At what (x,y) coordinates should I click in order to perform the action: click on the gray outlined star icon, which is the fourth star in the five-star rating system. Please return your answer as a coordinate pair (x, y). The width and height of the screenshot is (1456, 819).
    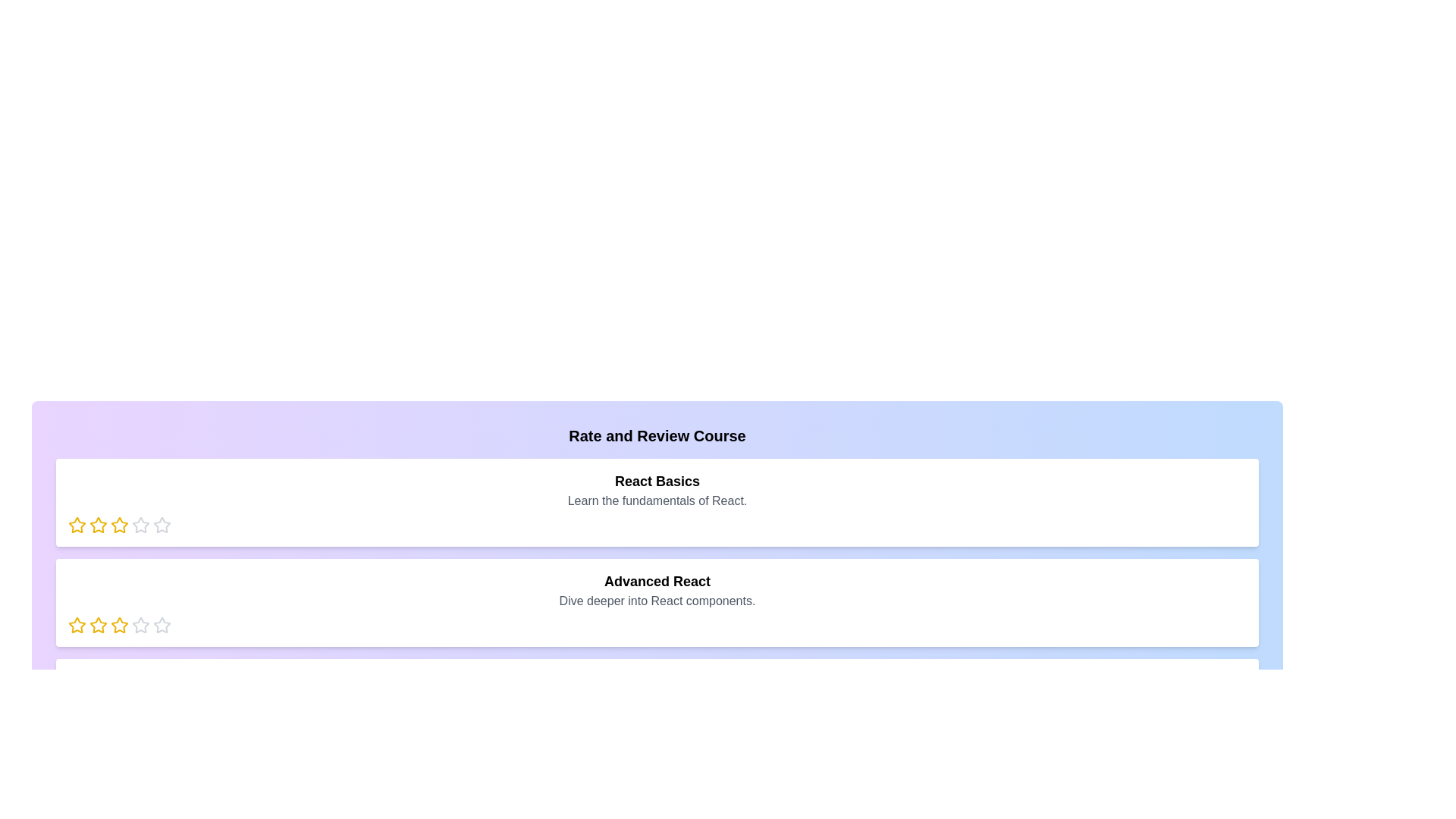
    Looking at the image, I should click on (162, 625).